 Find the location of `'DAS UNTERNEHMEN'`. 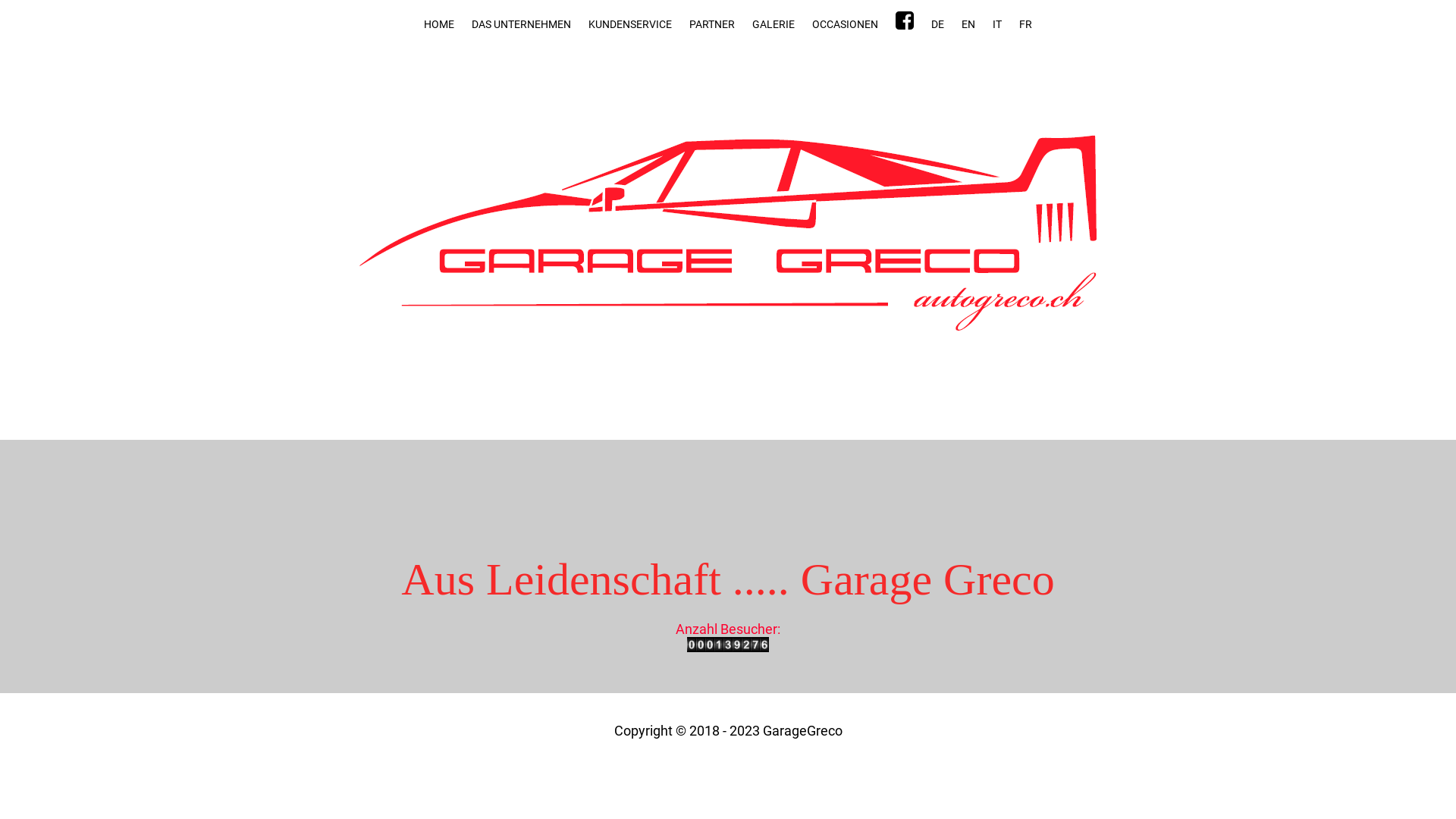

'DAS UNTERNEHMEN' is located at coordinates (463, 24).